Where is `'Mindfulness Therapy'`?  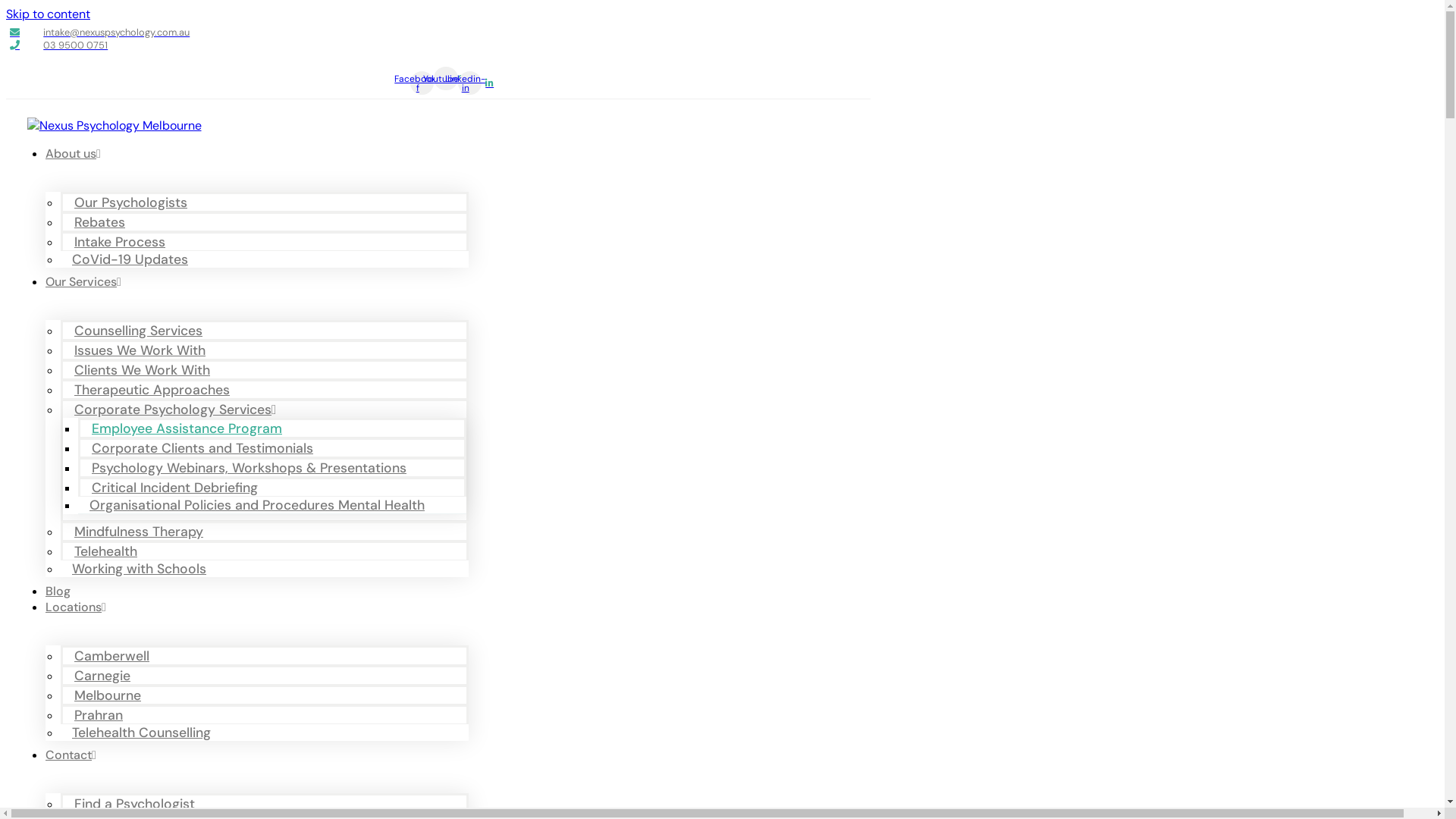
'Mindfulness Therapy' is located at coordinates (142, 531).